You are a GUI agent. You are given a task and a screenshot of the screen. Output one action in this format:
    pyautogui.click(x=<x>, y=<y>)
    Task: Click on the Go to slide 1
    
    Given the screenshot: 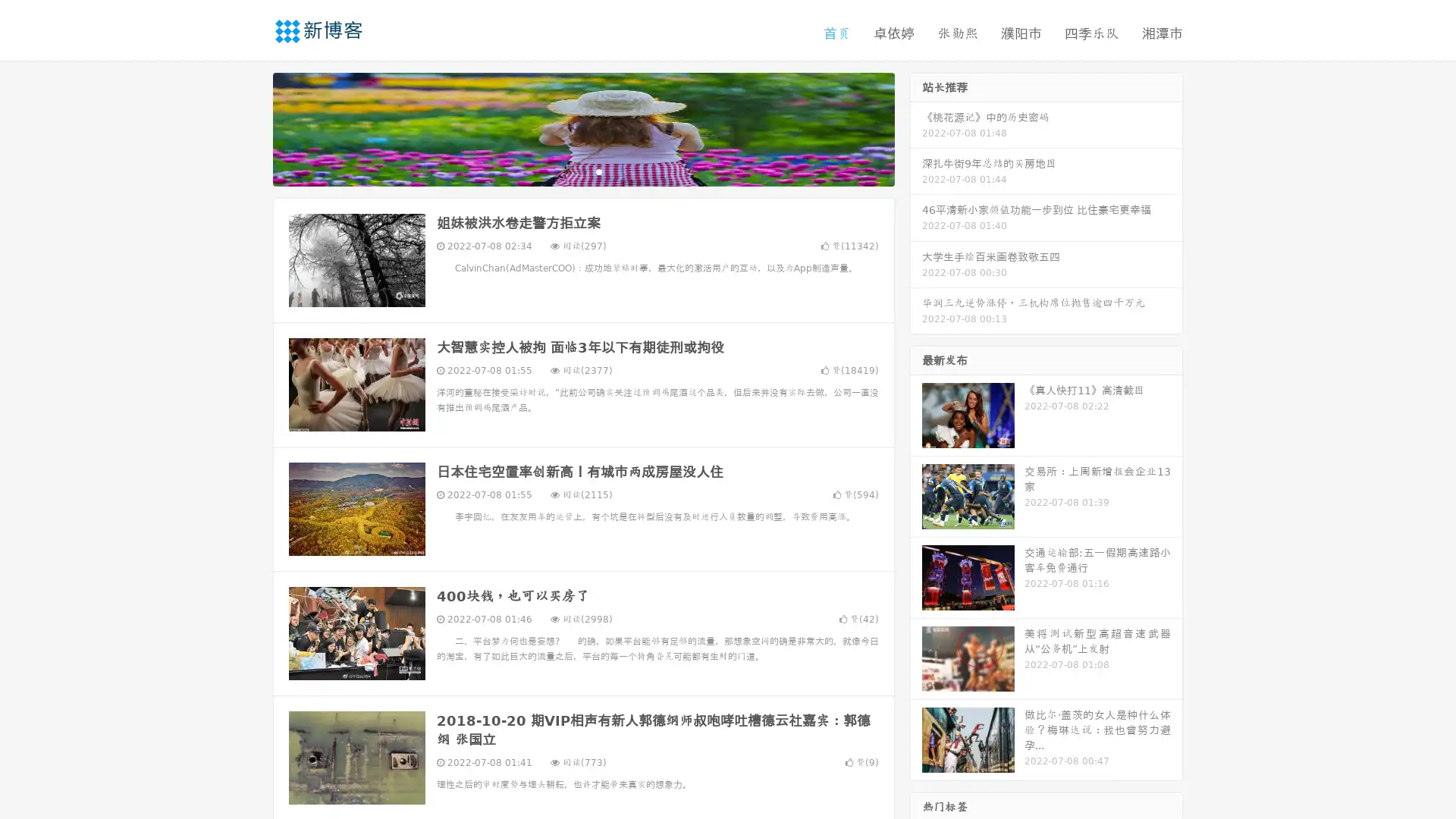 What is the action you would take?
    pyautogui.click(x=567, y=171)
    